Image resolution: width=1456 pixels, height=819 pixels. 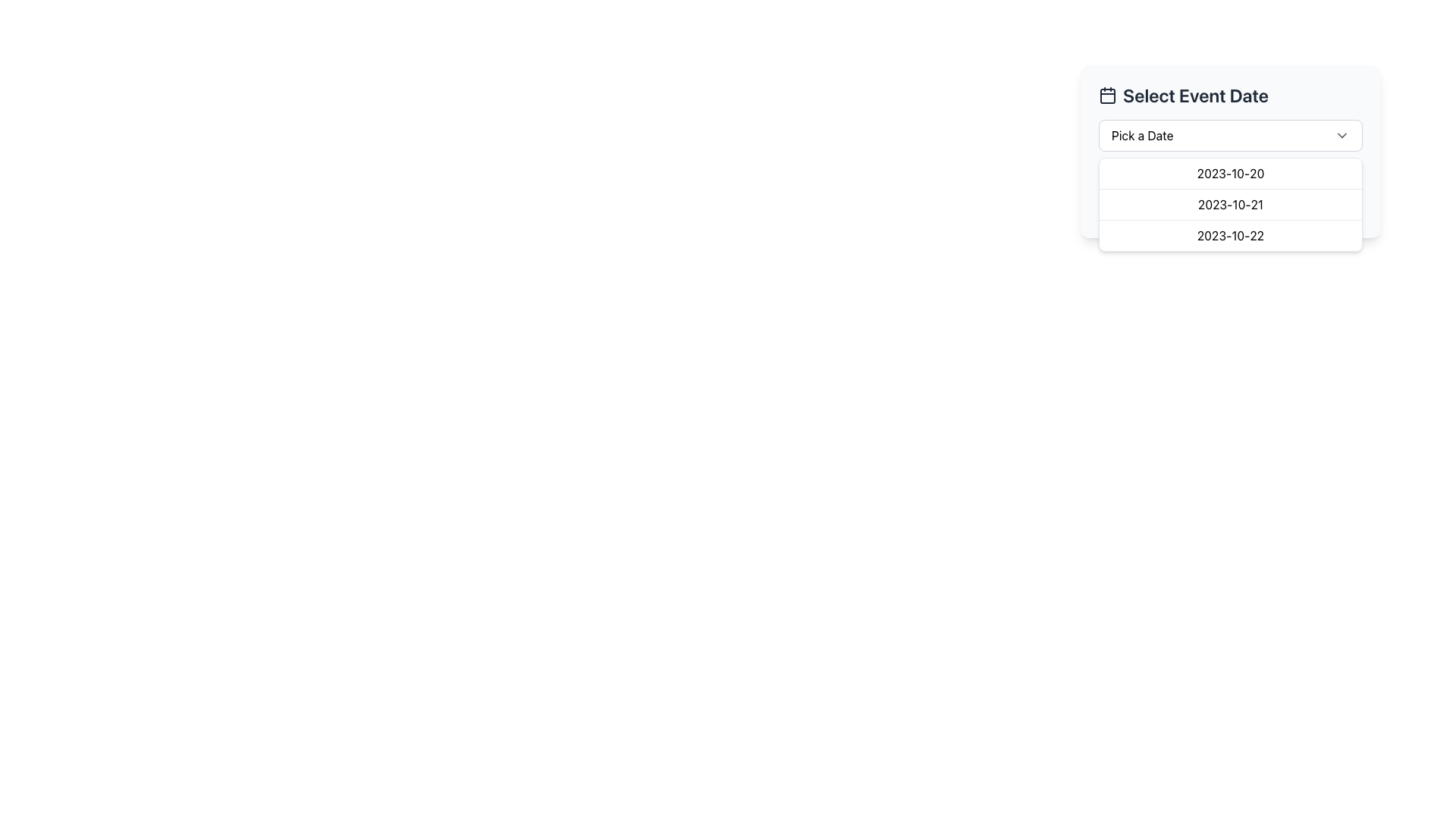 What do you see at coordinates (1230, 235) in the screenshot?
I see `the dropdown menu item displaying the date '2023-10-22', which is the third item in a vertical list within a dropdown structure` at bounding box center [1230, 235].